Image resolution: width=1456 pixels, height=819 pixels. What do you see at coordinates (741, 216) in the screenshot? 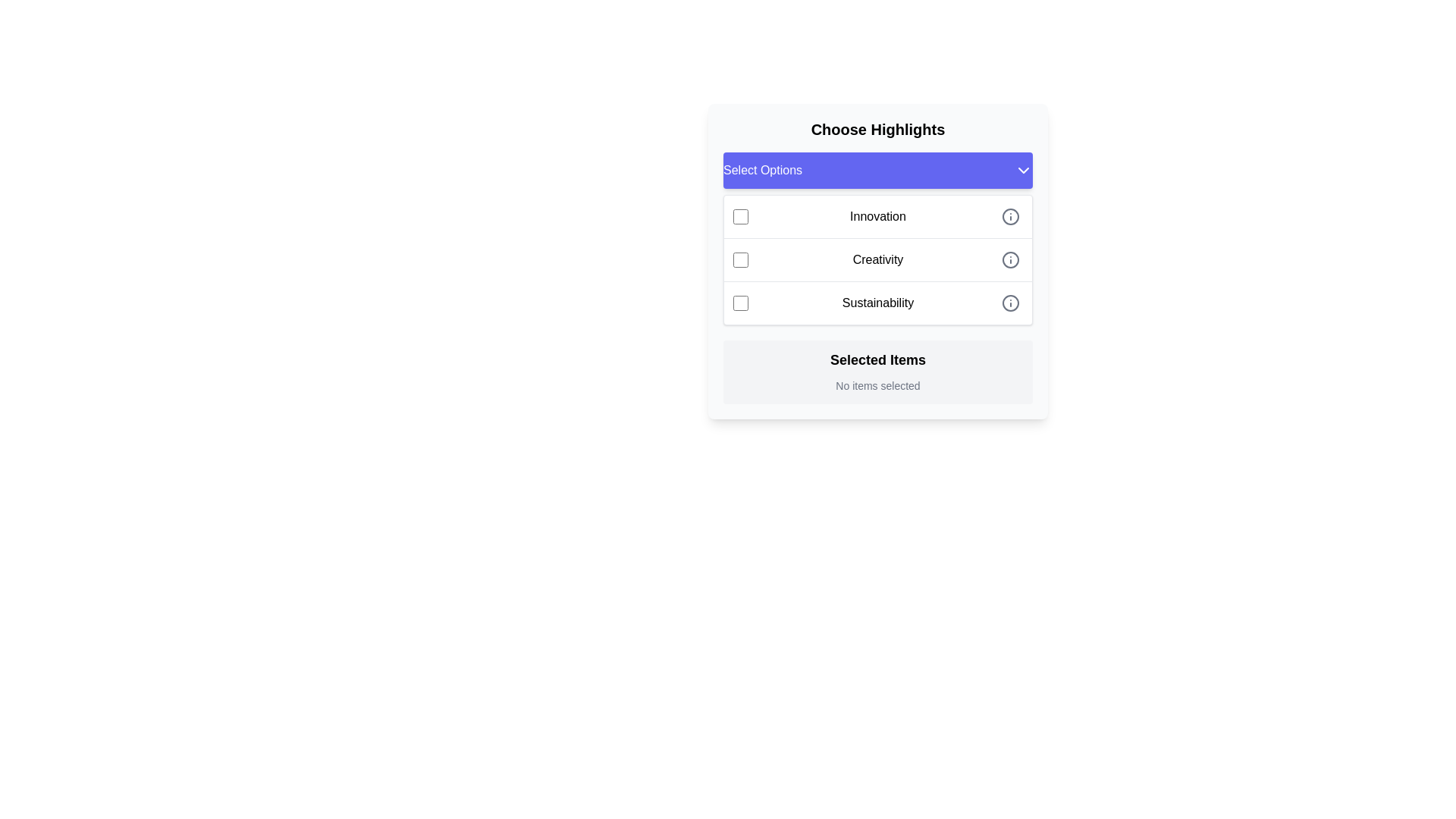
I see `the 'Innovation' checkbox located at the uppermost row of the list under 'Select Options' by` at bounding box center [741, 216].